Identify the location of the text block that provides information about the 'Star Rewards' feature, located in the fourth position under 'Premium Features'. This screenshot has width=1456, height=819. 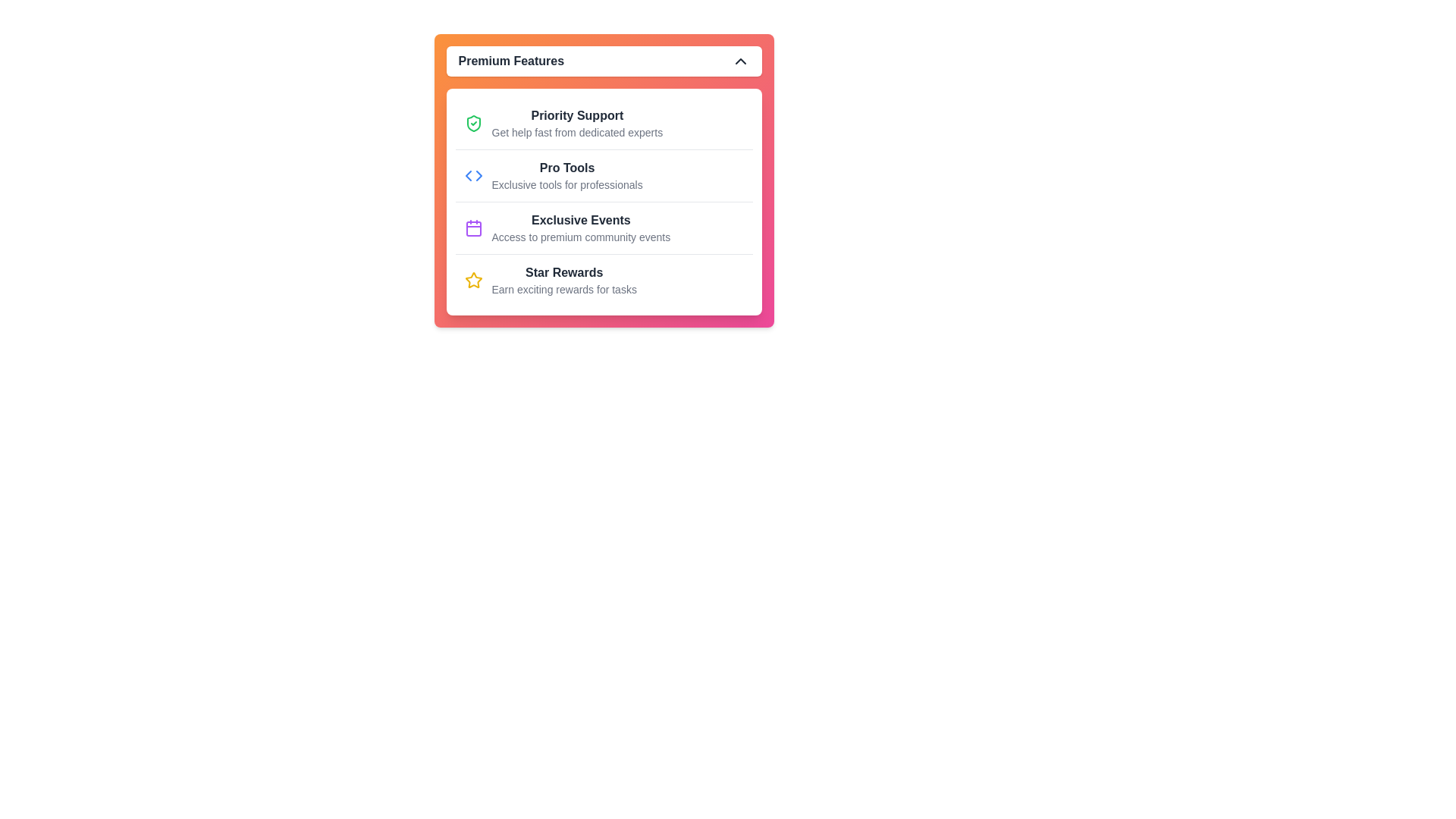
(563, 281).